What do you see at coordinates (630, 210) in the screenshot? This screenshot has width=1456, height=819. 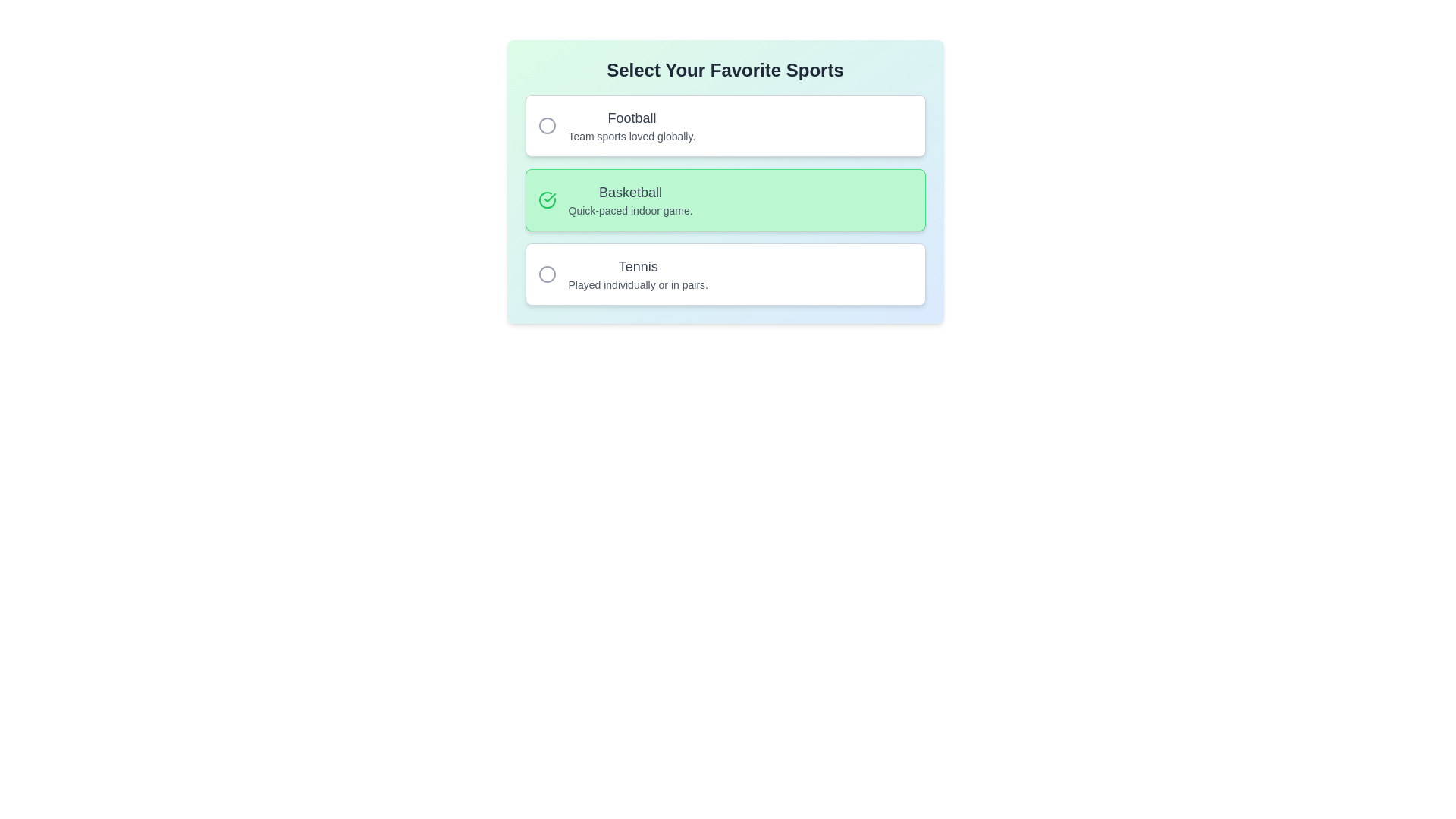 I see `the descriptive text element located below the 'Basketball' label to provide context about the choice labeled 'Basketball'` at bounding box center [630, 210].